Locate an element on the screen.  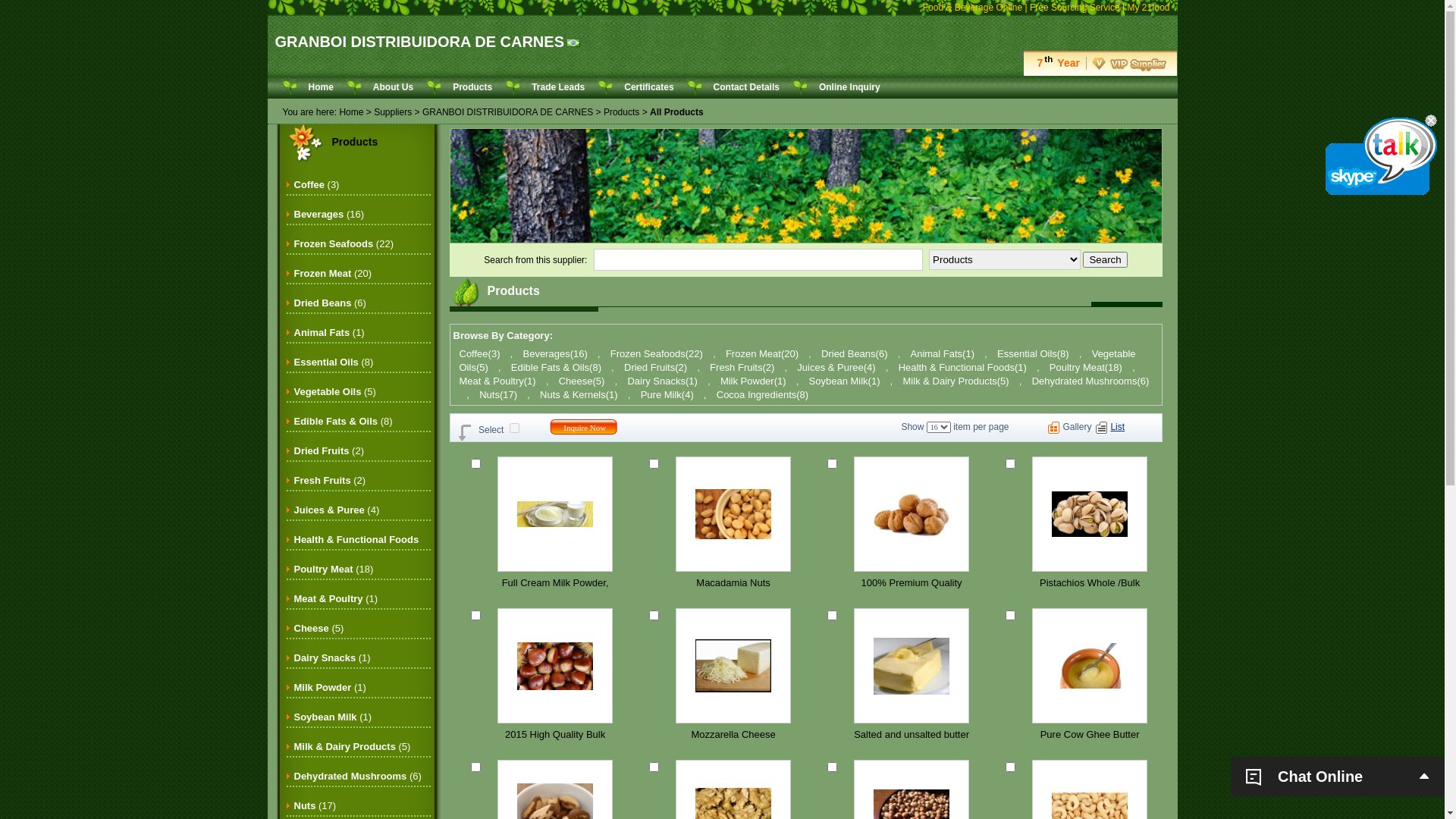
'Vegetable Oils (5)' is located at coordinates (294, 391).